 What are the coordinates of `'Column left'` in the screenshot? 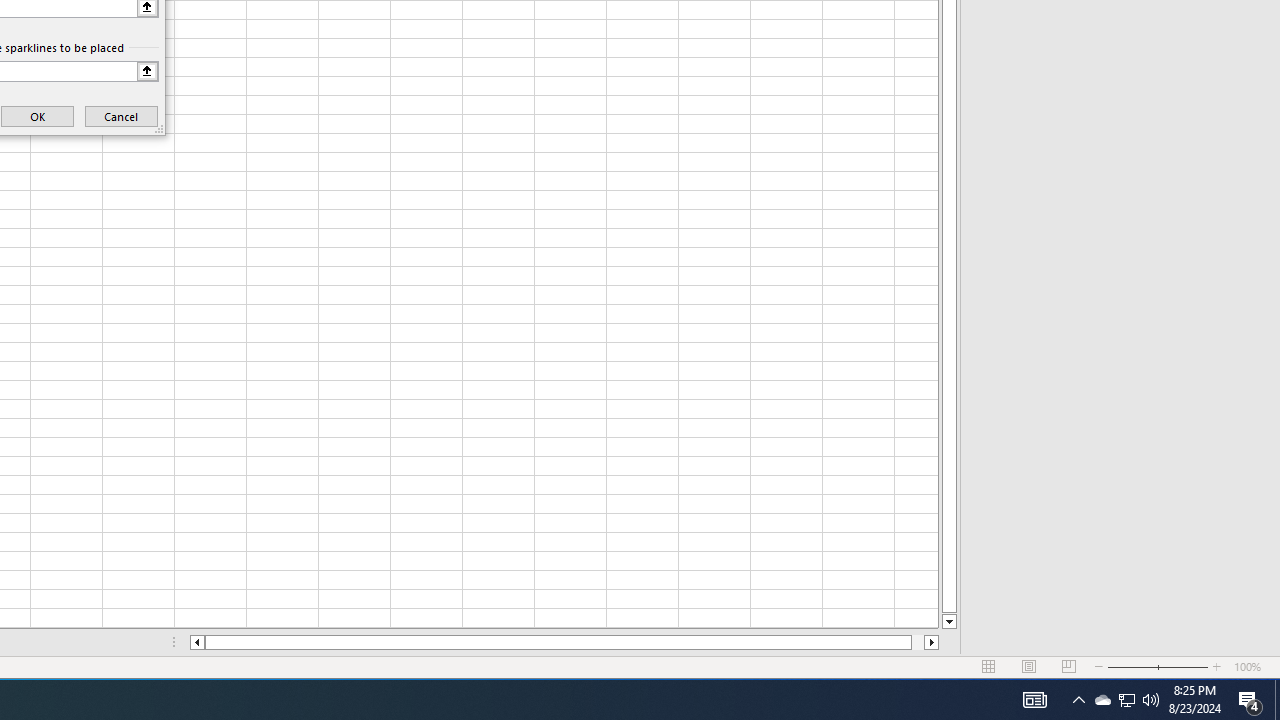 It's located at (196, 642).